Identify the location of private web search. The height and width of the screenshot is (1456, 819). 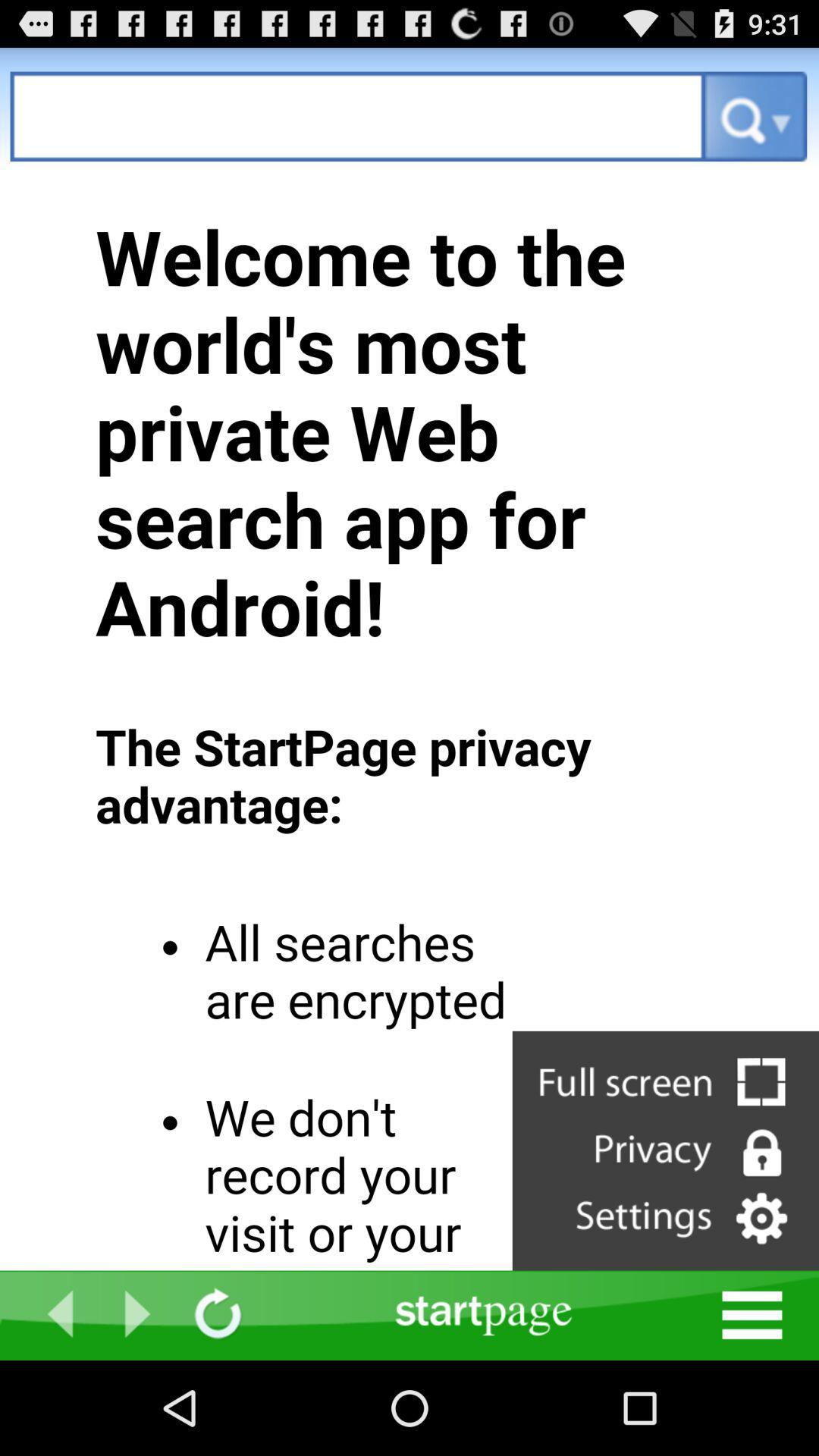
(357, 115).